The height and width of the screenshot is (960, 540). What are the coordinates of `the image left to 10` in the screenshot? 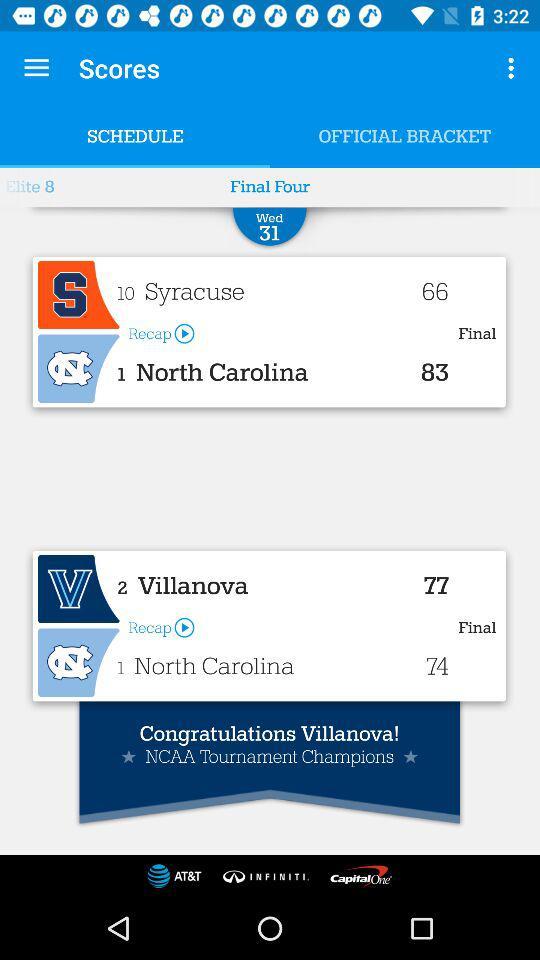 It's located at (78, 294).